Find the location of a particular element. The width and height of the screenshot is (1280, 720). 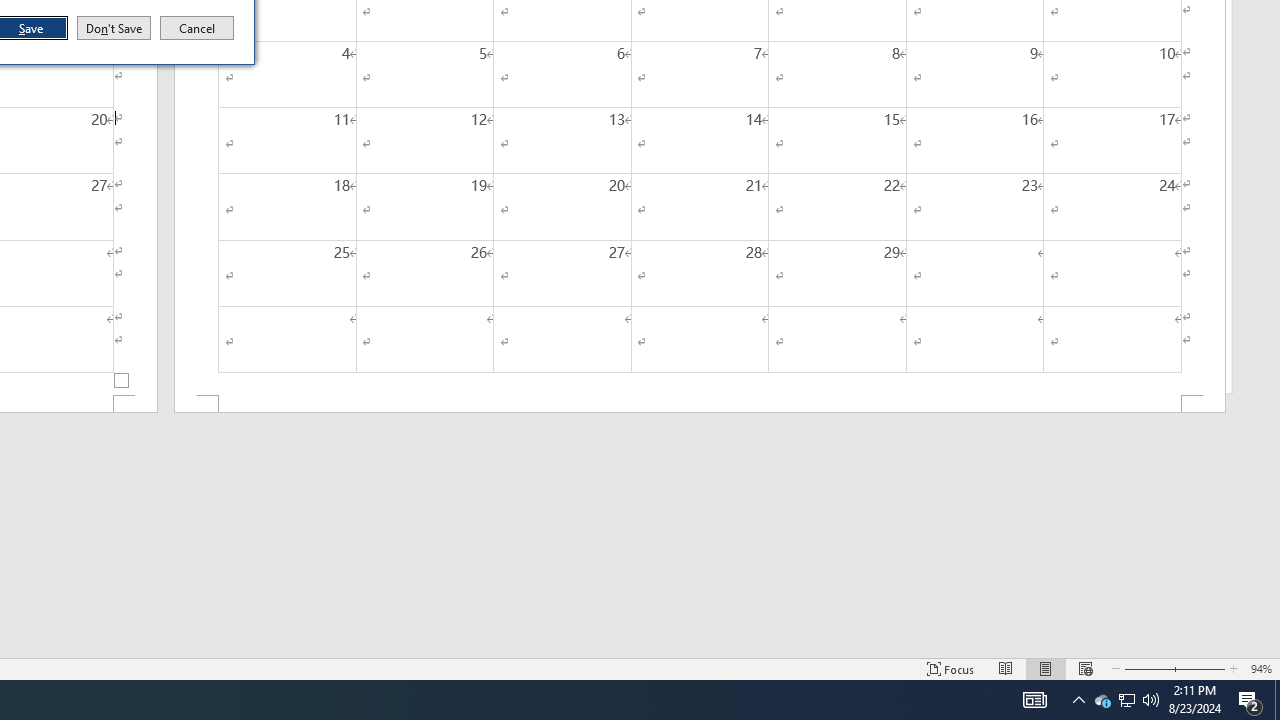

'Notification Chevron' is located at coordinates (1078, 698).